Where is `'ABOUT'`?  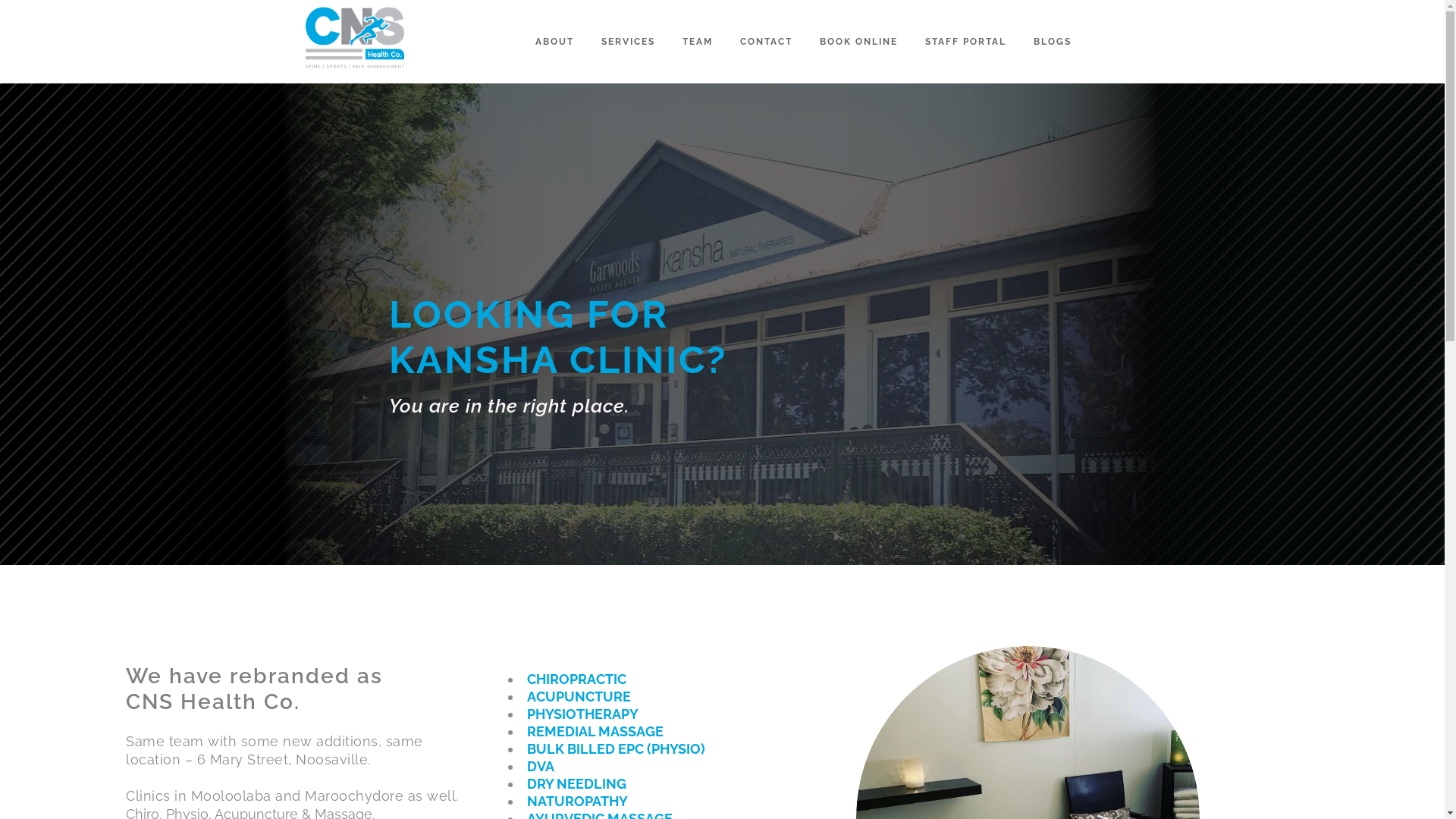
'ABOUT' is located at coordinates (554, 40).